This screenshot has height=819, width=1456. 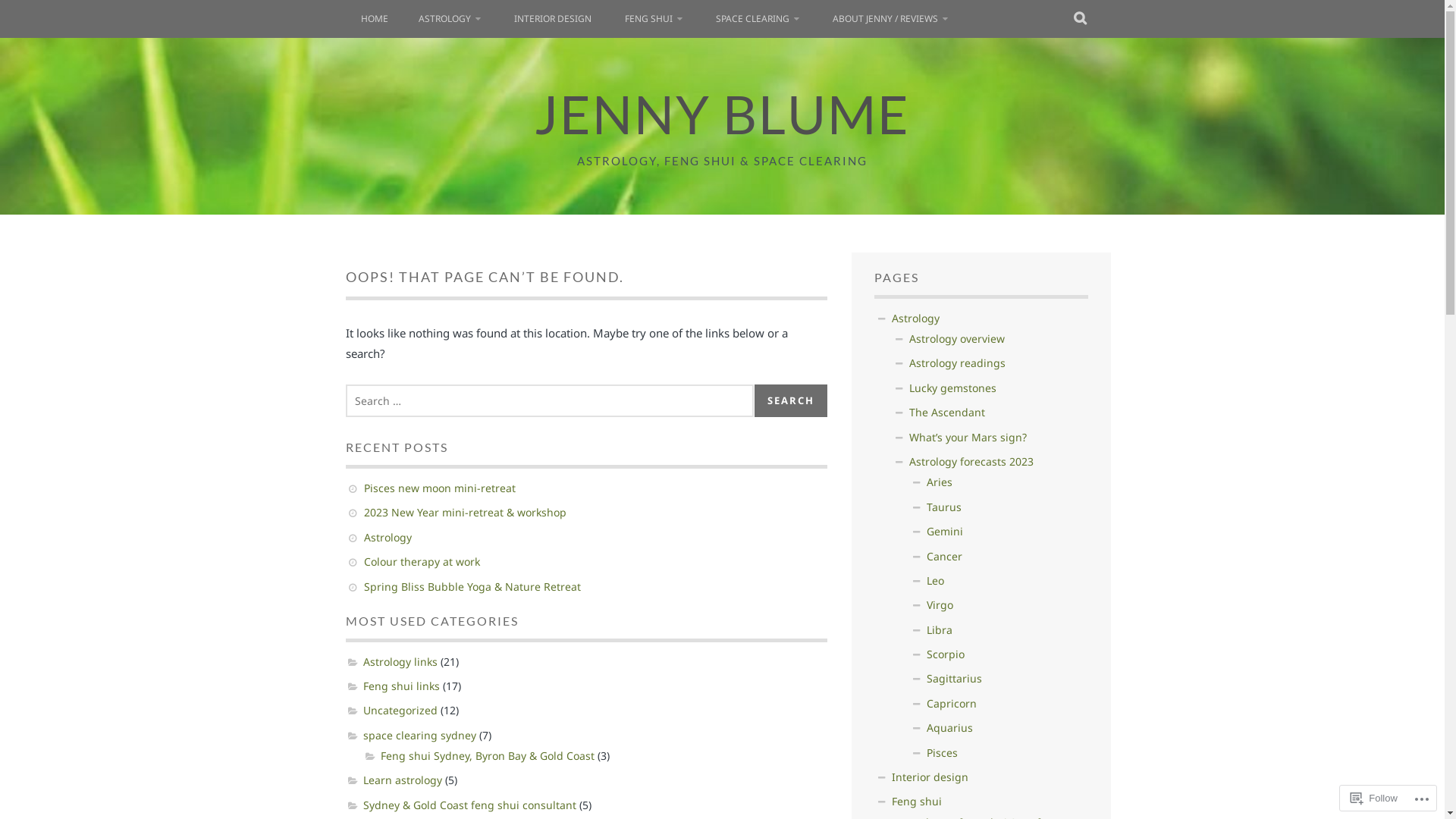 What do you see at coordinates (938, 629) in the screenshot?
I see `'Libra'` at bounding box center [938, 629].